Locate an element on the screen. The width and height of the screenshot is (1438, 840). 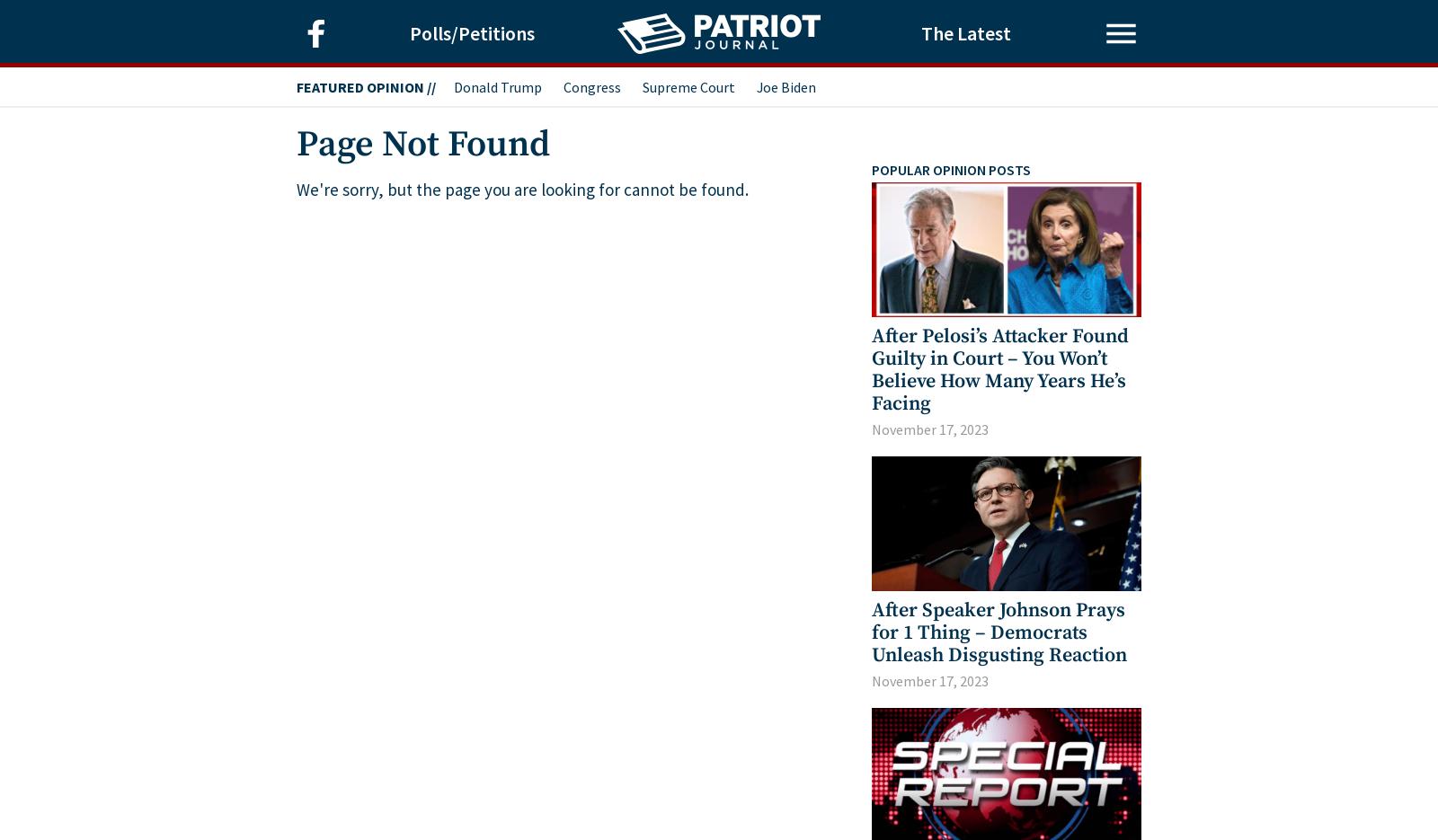
'Featured Opinion //' is located at coordinates (365, 85).